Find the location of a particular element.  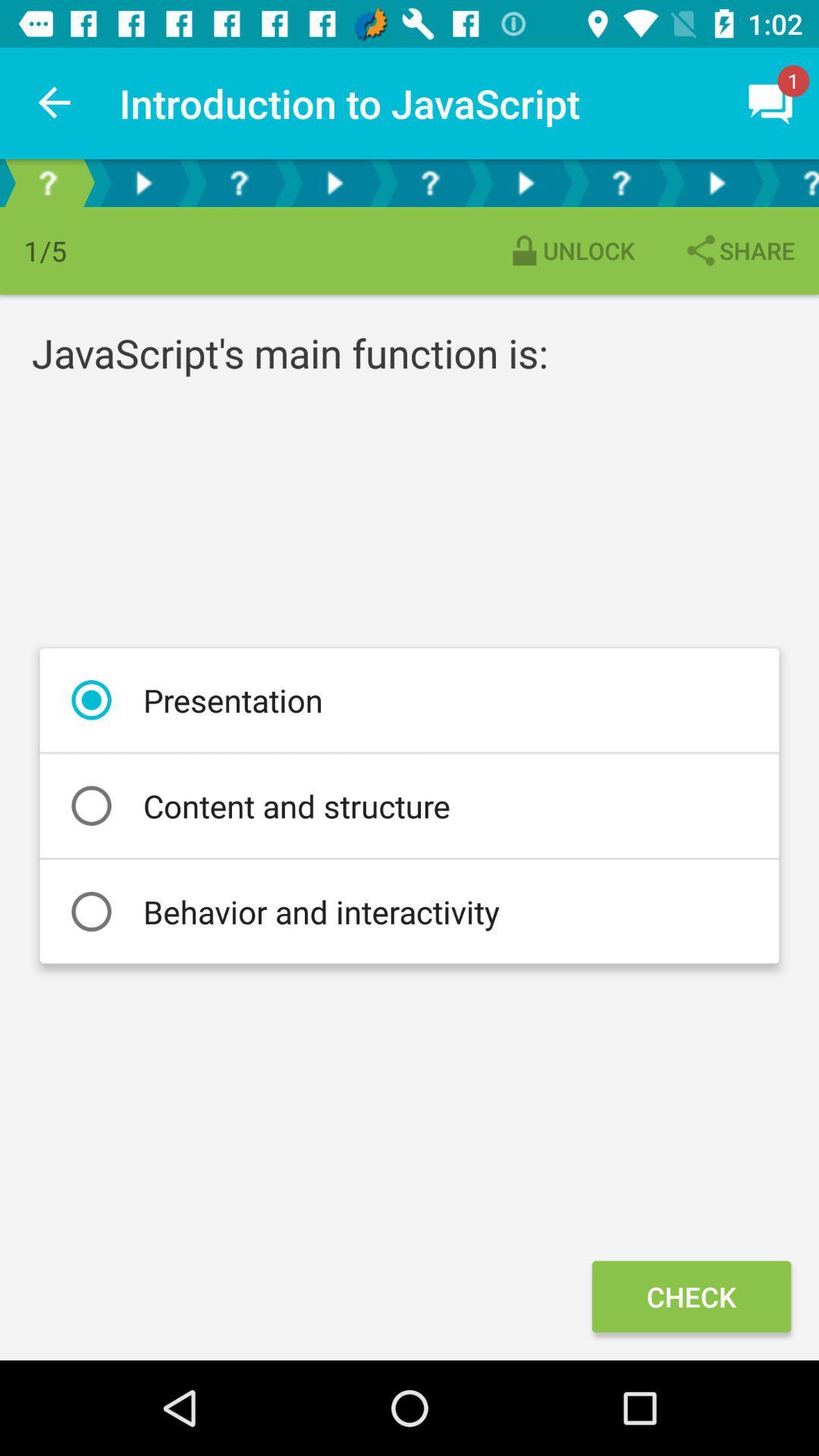

the play icon is located at coordinates (143, 182).